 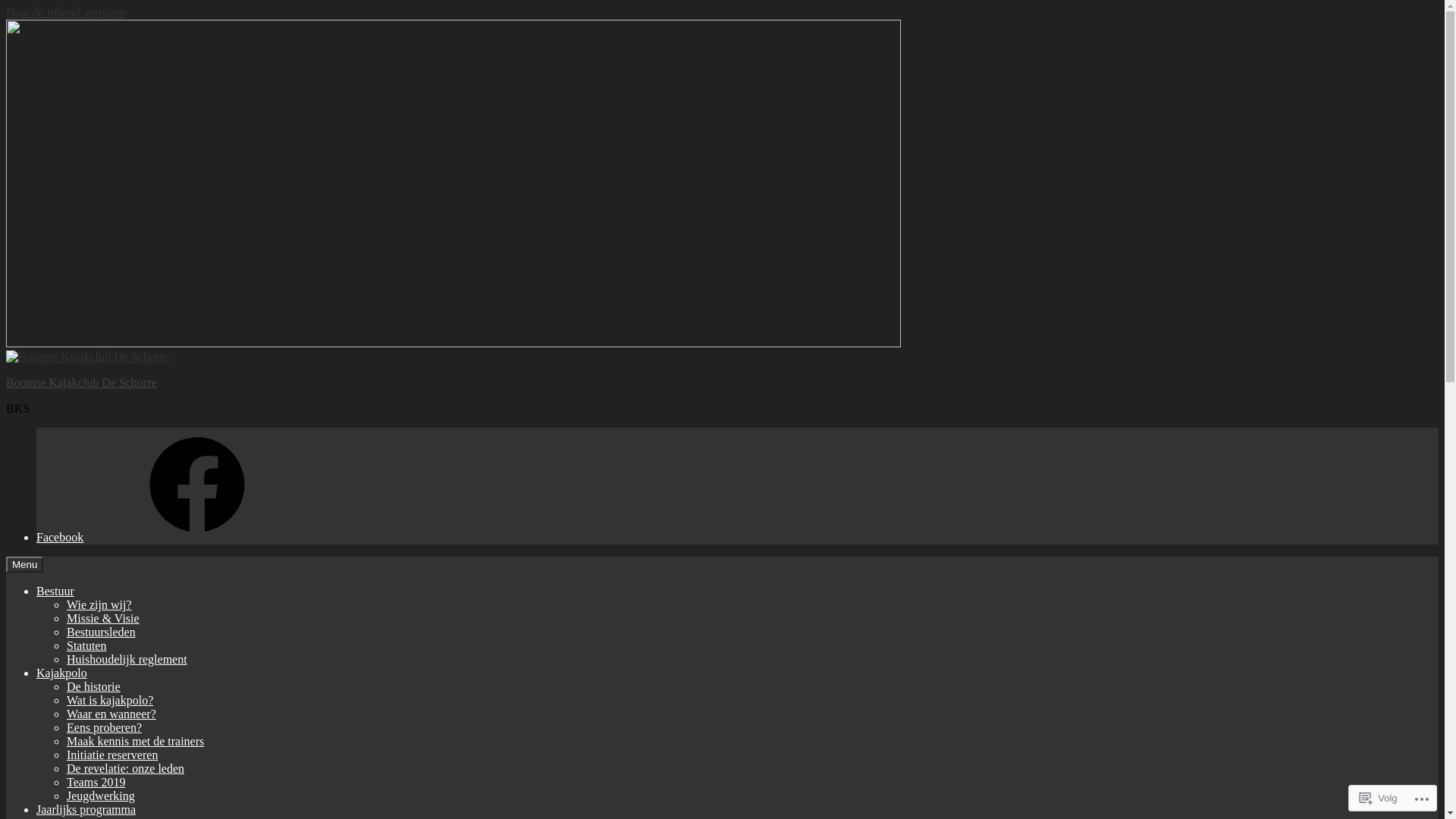 What do you see at coordinates (61, 672) in the screenshot?
I see `'Kajakpolo'` at bounding box center [61, 672].